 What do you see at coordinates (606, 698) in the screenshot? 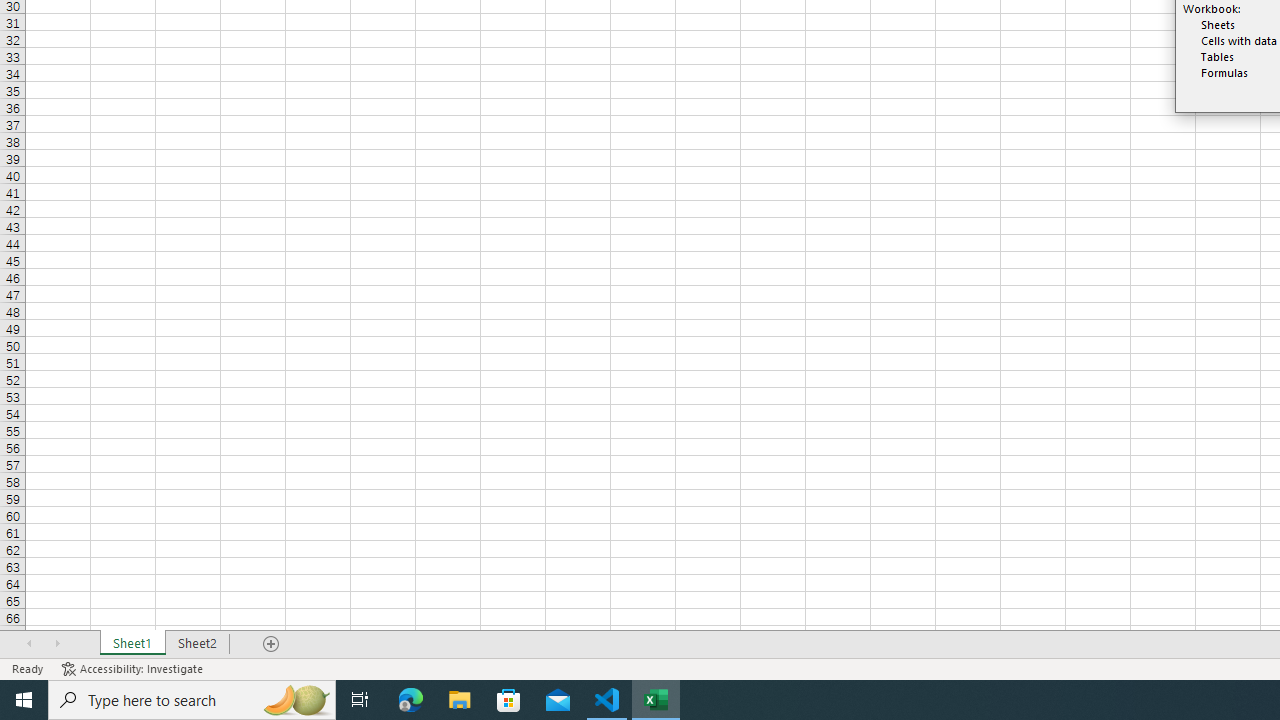
I see `'Visual Studio Code - 1 running window'` at bounding box center [606, 698].